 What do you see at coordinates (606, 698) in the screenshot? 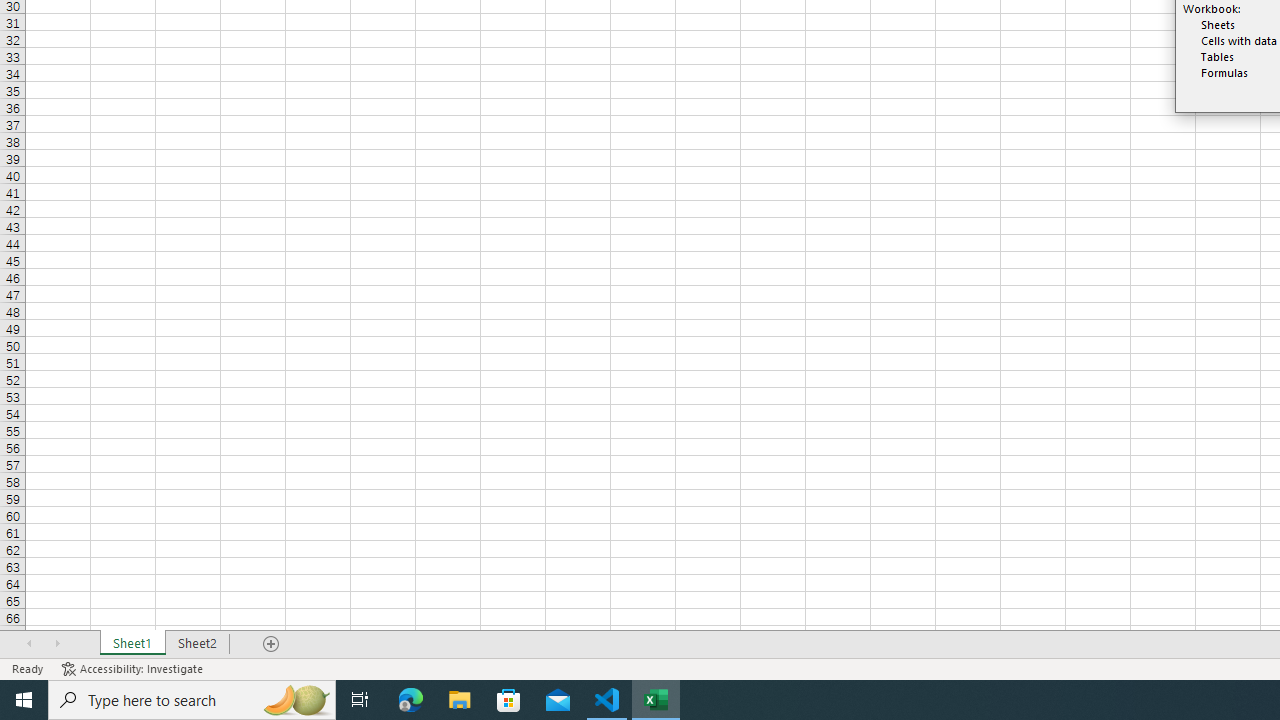
I see `'Visual Studio Code - 1 running window'` at bounding box center [606, 698].